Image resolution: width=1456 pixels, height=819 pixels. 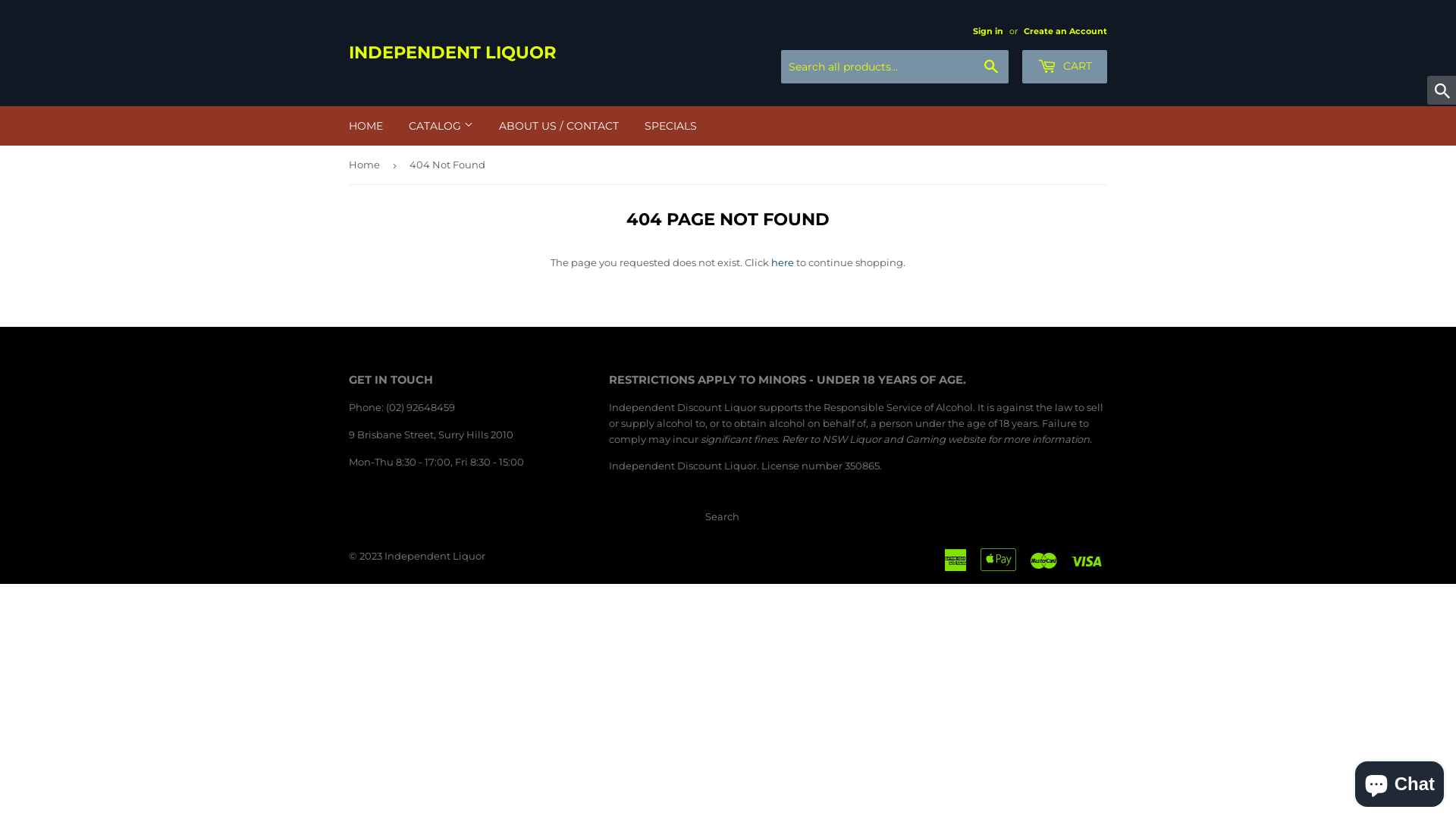 I want to click on 'Sign in', so click(x=972, y=31).